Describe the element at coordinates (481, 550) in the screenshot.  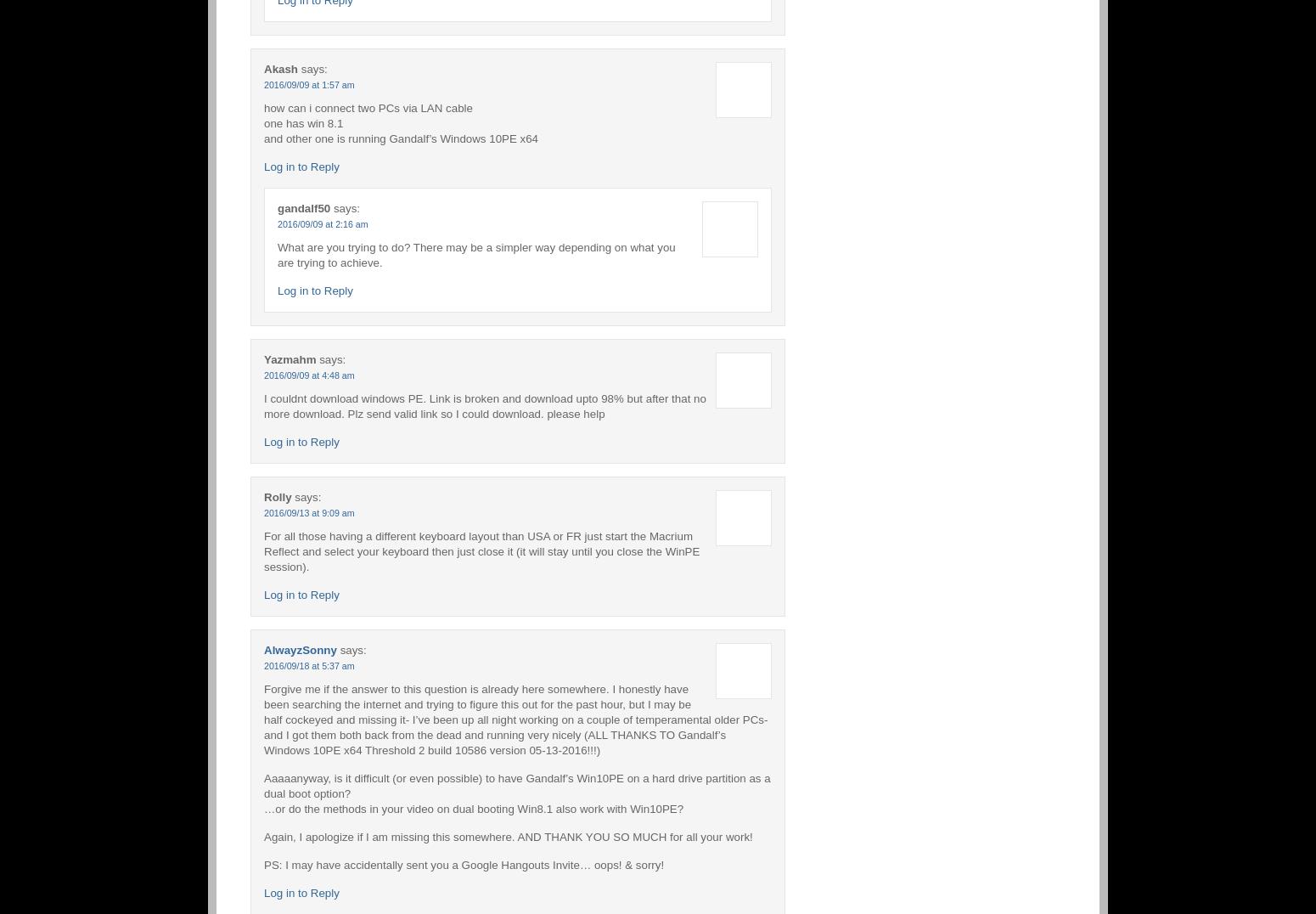
I see `'For all those having a different keyboard layout than USA or FR just start the Macrium Reflect and select your keyboard then just close it (it will stay until you close the WinPE session).'` at that location.